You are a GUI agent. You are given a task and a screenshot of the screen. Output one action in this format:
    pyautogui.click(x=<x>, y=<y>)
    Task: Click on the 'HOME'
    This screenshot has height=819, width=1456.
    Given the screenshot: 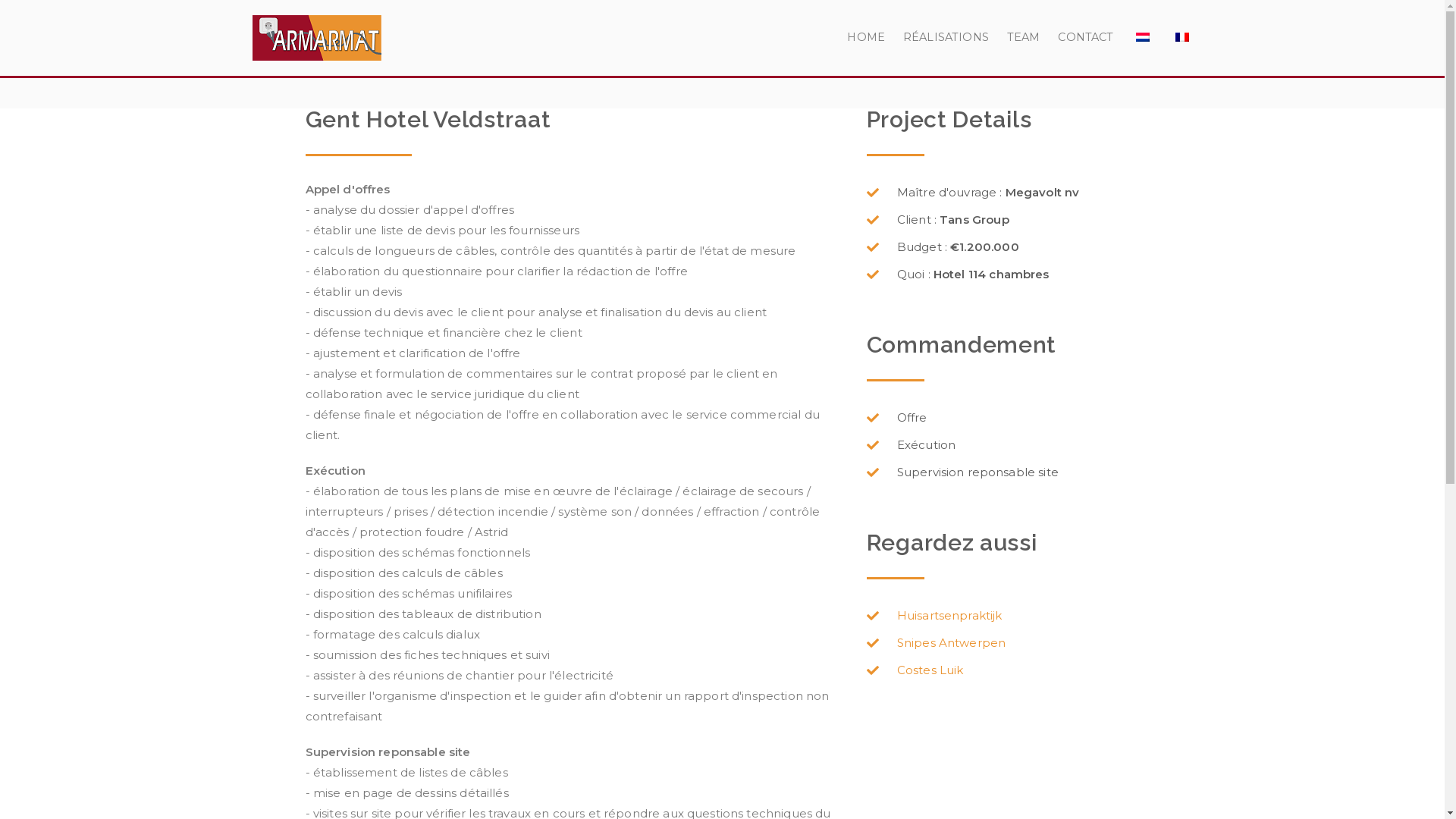 What is the action you would take?
    pyautogui.click(x=866, y=37)
    